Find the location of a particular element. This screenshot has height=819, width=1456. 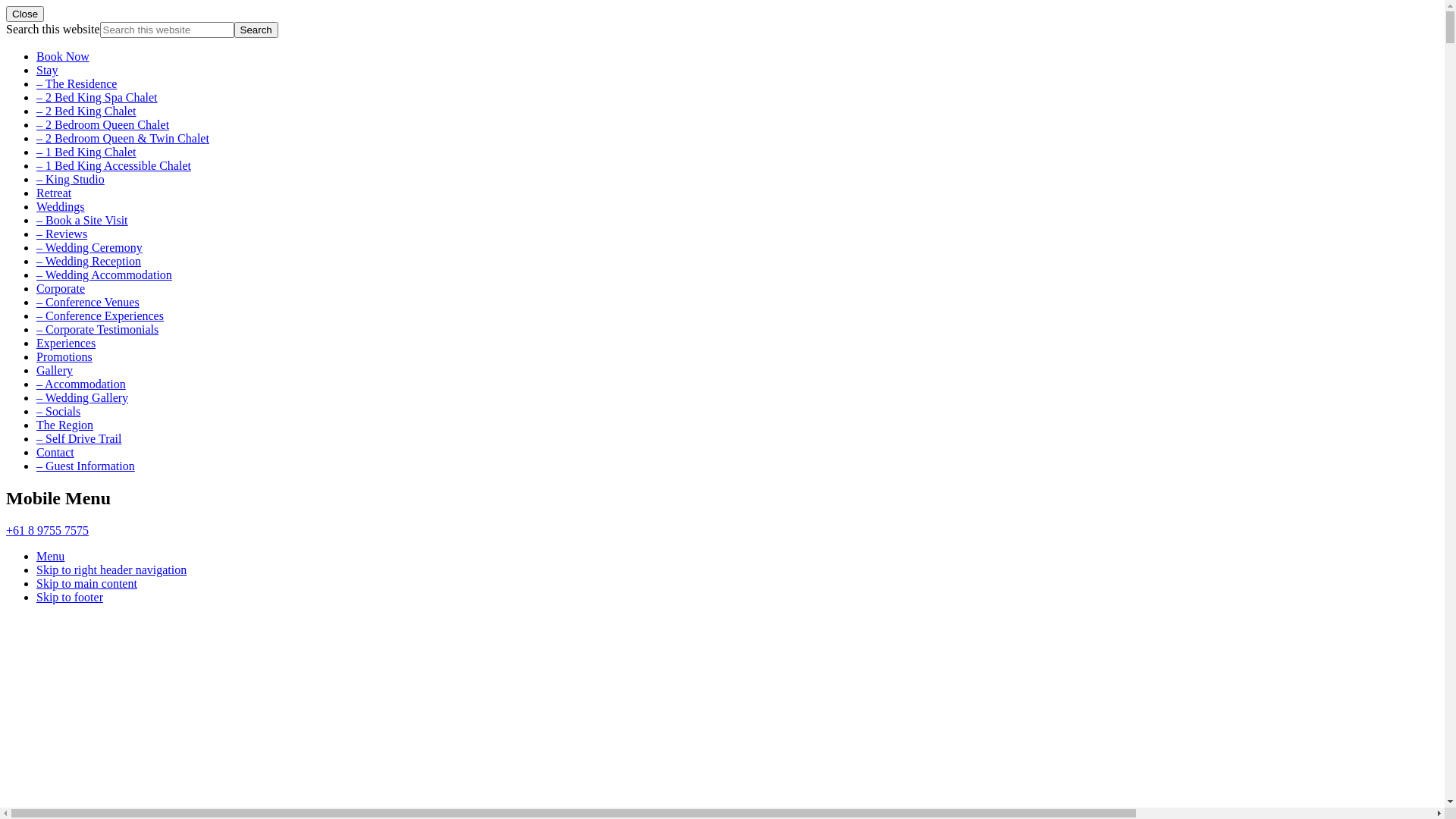

'Retreat' is located at coordinates (54, 192).